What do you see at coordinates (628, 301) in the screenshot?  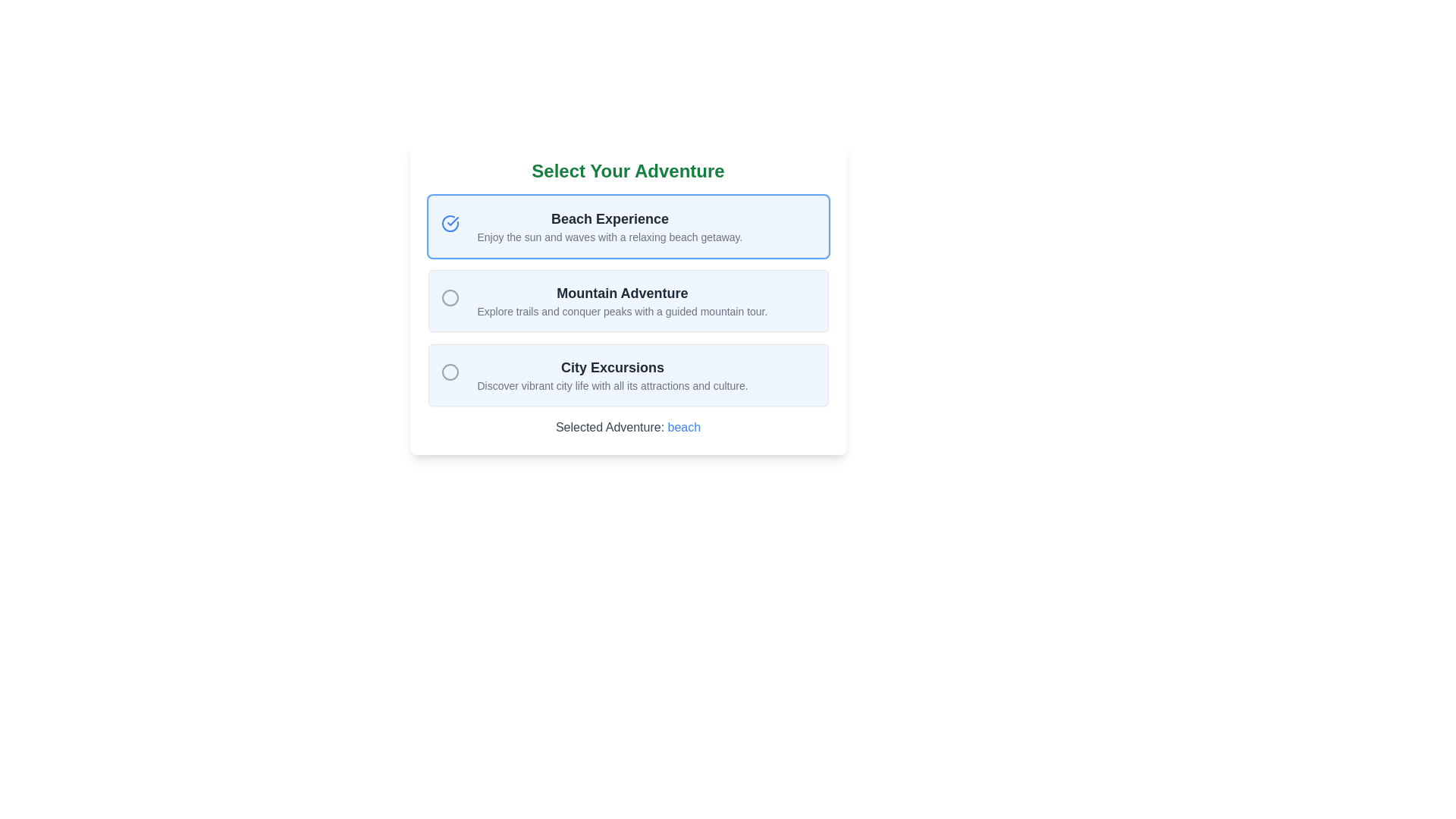 I see `the 'Mountain Adventure' option in the interactive list` at bounding box center [628, 301].